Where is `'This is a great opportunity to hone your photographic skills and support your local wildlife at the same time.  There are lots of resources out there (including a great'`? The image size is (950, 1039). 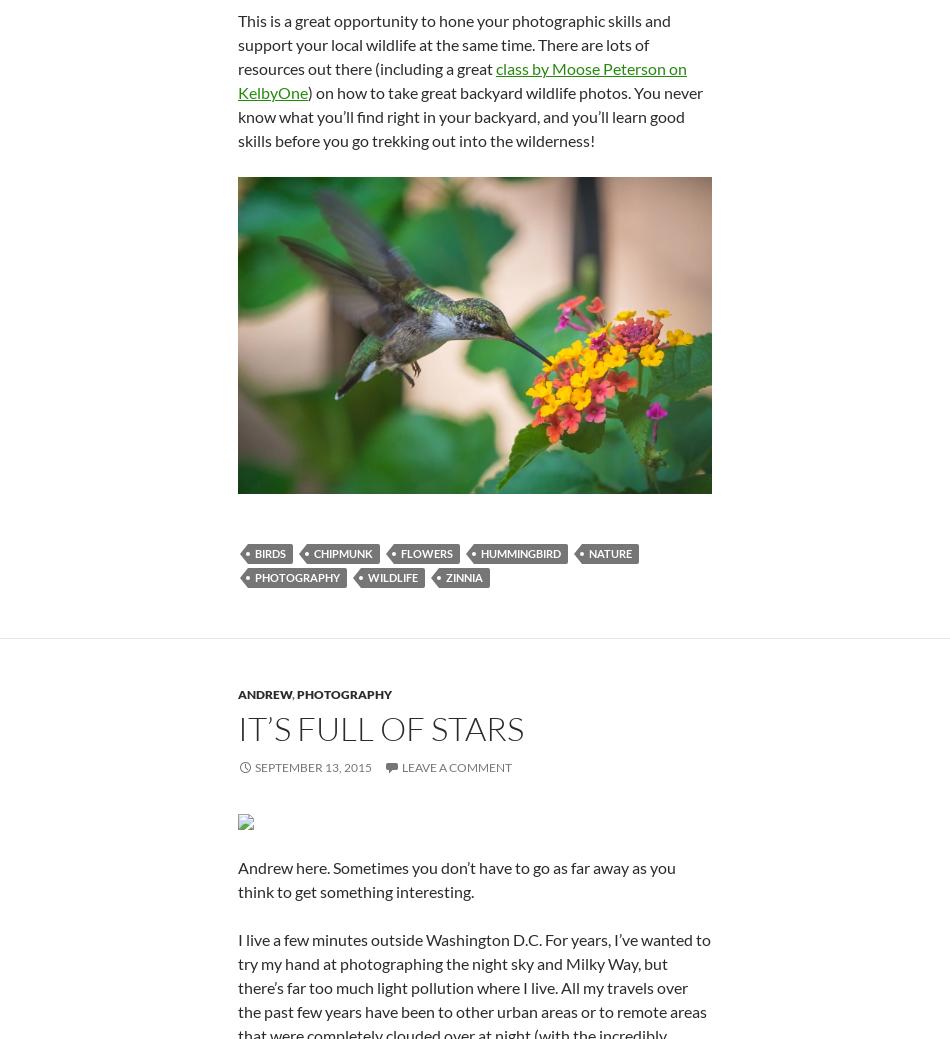
'This is a great opportunity to hone your photographic skills and support your local wildlife at the same time.  There are lots of resources out there (including a great' is located at coordinates (453, 43).